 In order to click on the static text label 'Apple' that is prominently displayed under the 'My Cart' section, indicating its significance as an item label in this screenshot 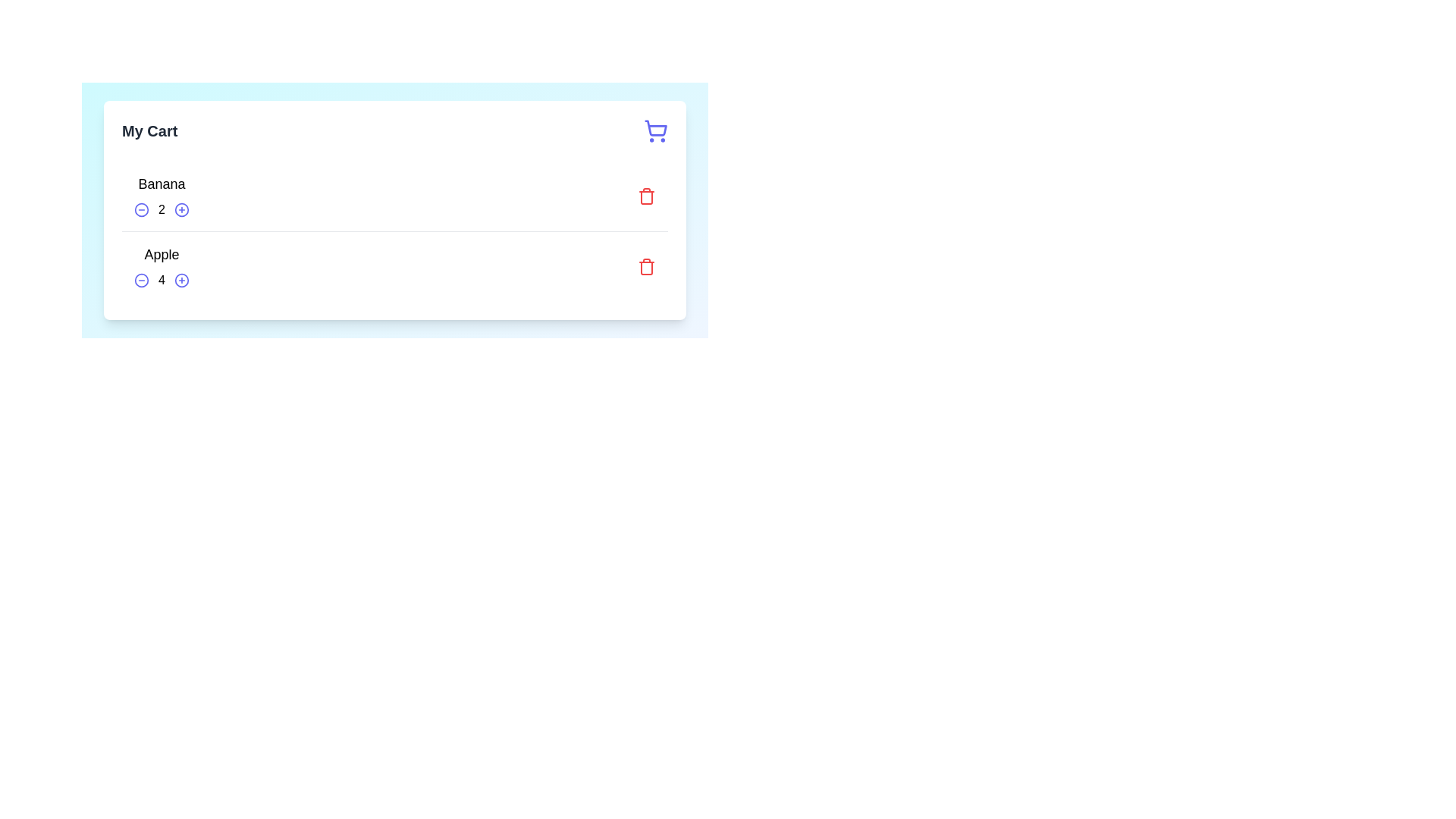, I will do `click(162, 253)`.